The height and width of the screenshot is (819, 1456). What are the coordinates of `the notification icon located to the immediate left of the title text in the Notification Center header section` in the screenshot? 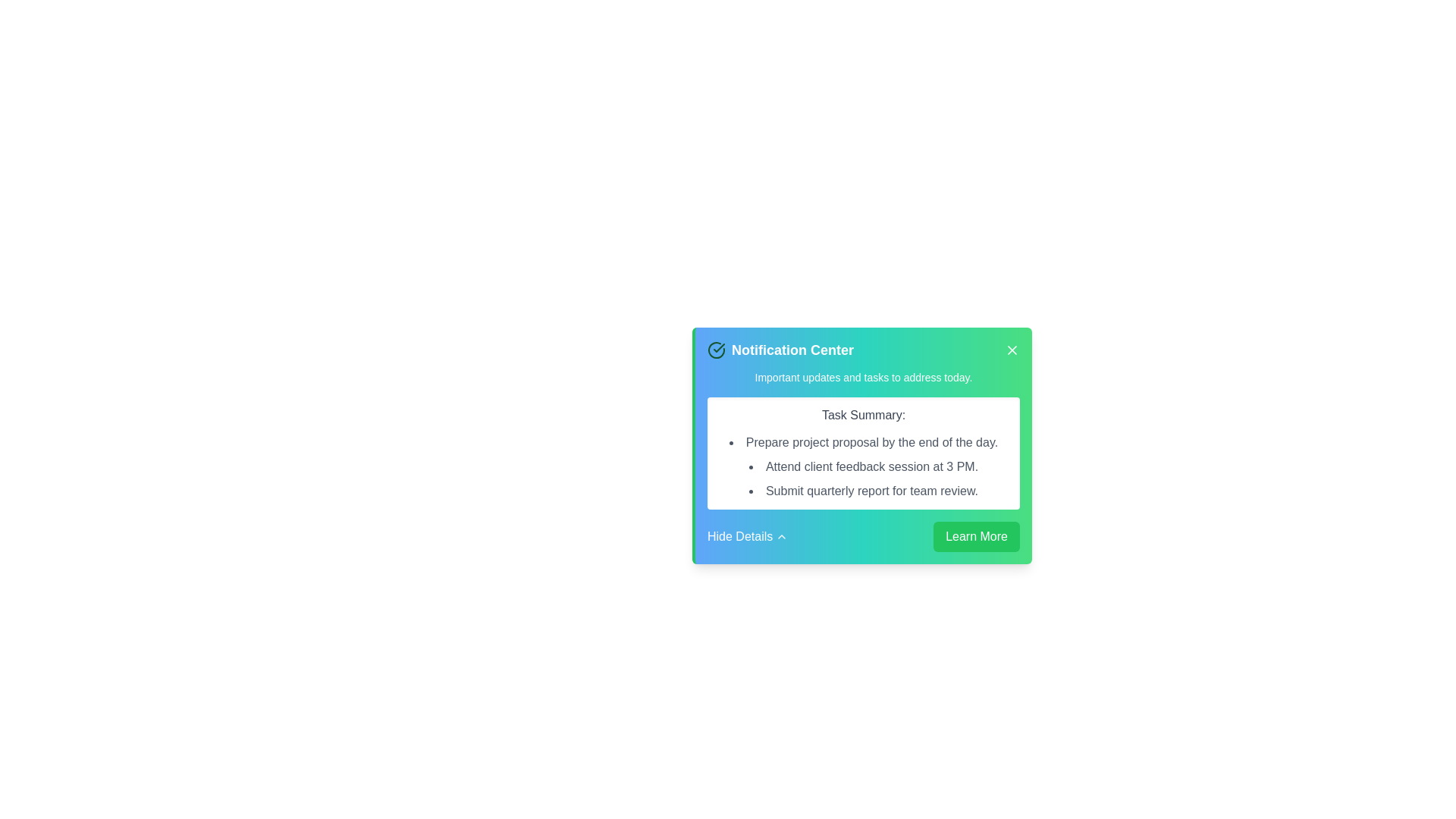 It's located at (716, 350).